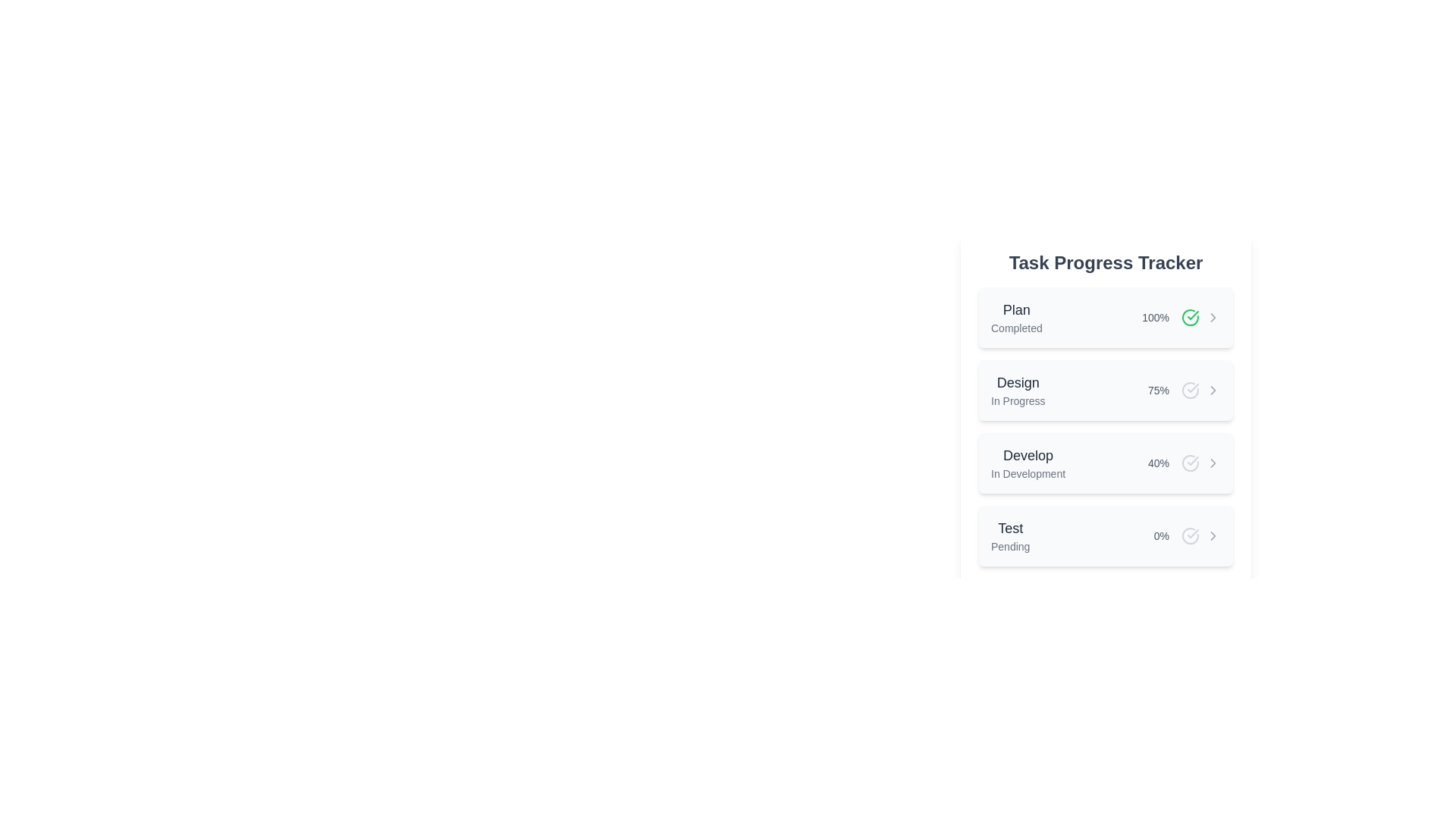  What do you see at coordinates (1106, 408) in the screenshot?
I see `task title 'Design' and its progress status 'In Progress' from the highlighted subsection of the 'Task Progress Tracker' group` at bounding box center [1106, 408].